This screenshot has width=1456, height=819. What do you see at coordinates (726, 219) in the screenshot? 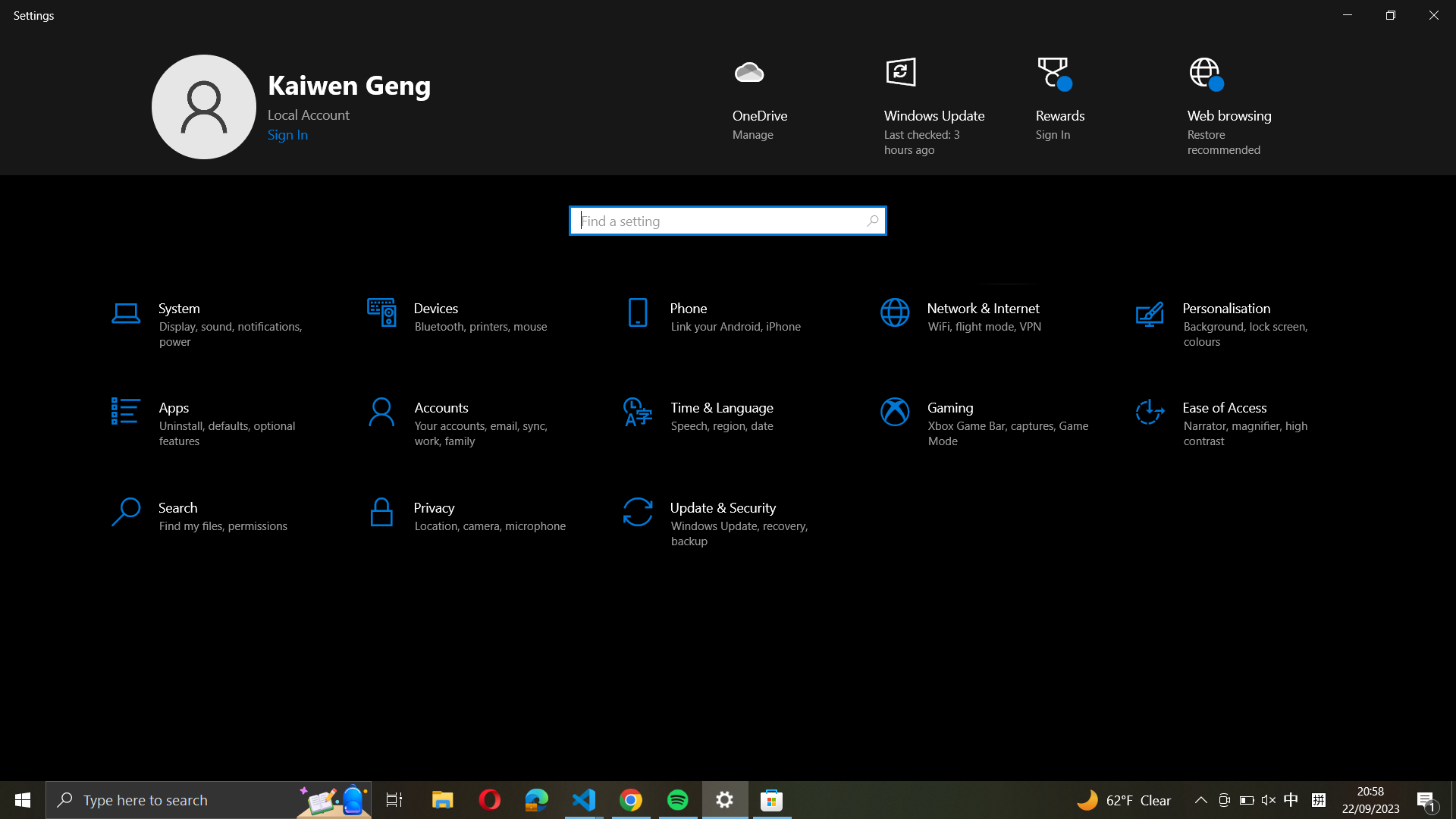
I see `Search "Windows Hello" and select the first option in the drop down list by key board commands "down press" and "enter` at bounding box center [726, 219].